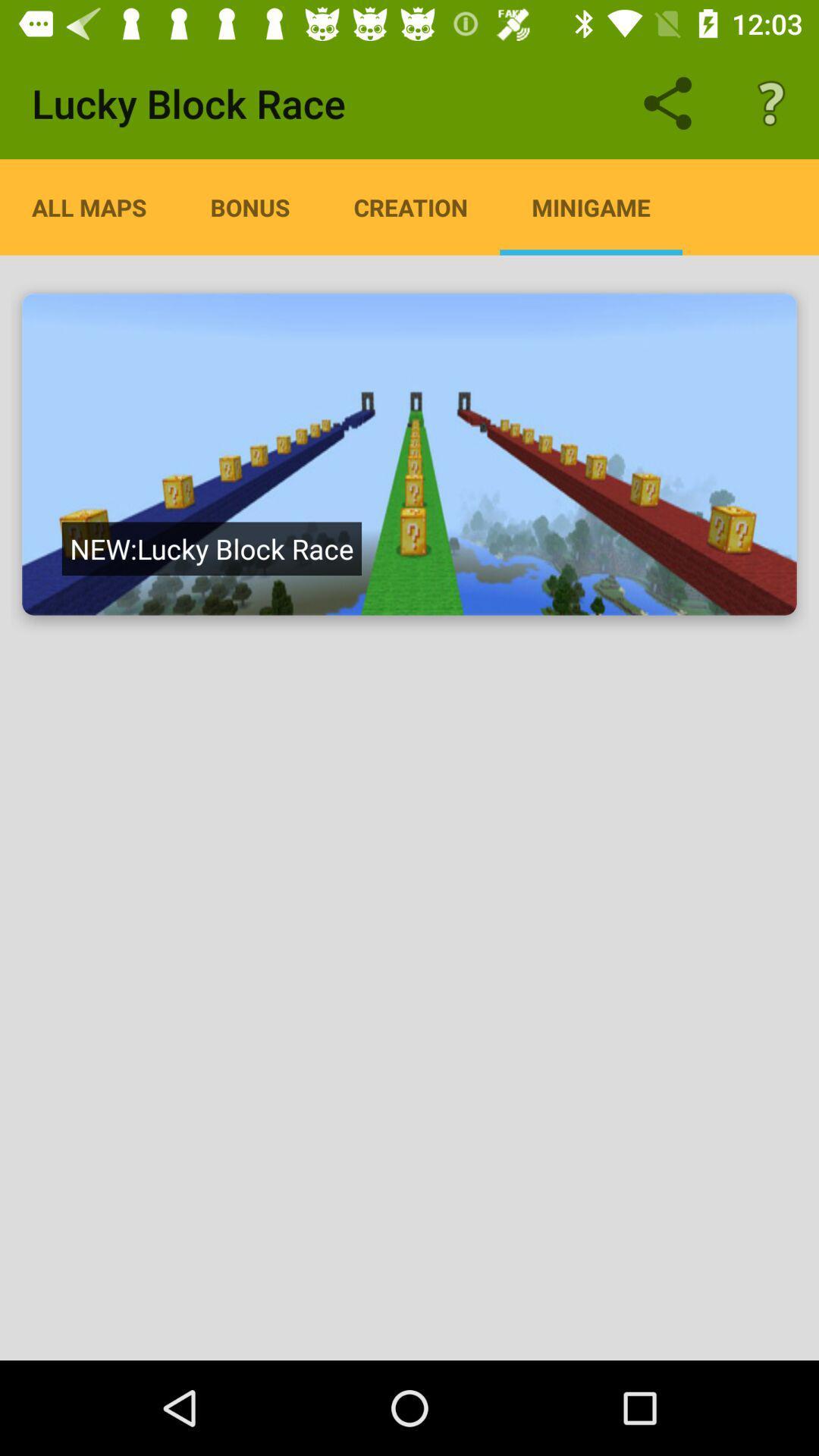  I want to click on the icon to the right of the all maps, so click(249, 206).